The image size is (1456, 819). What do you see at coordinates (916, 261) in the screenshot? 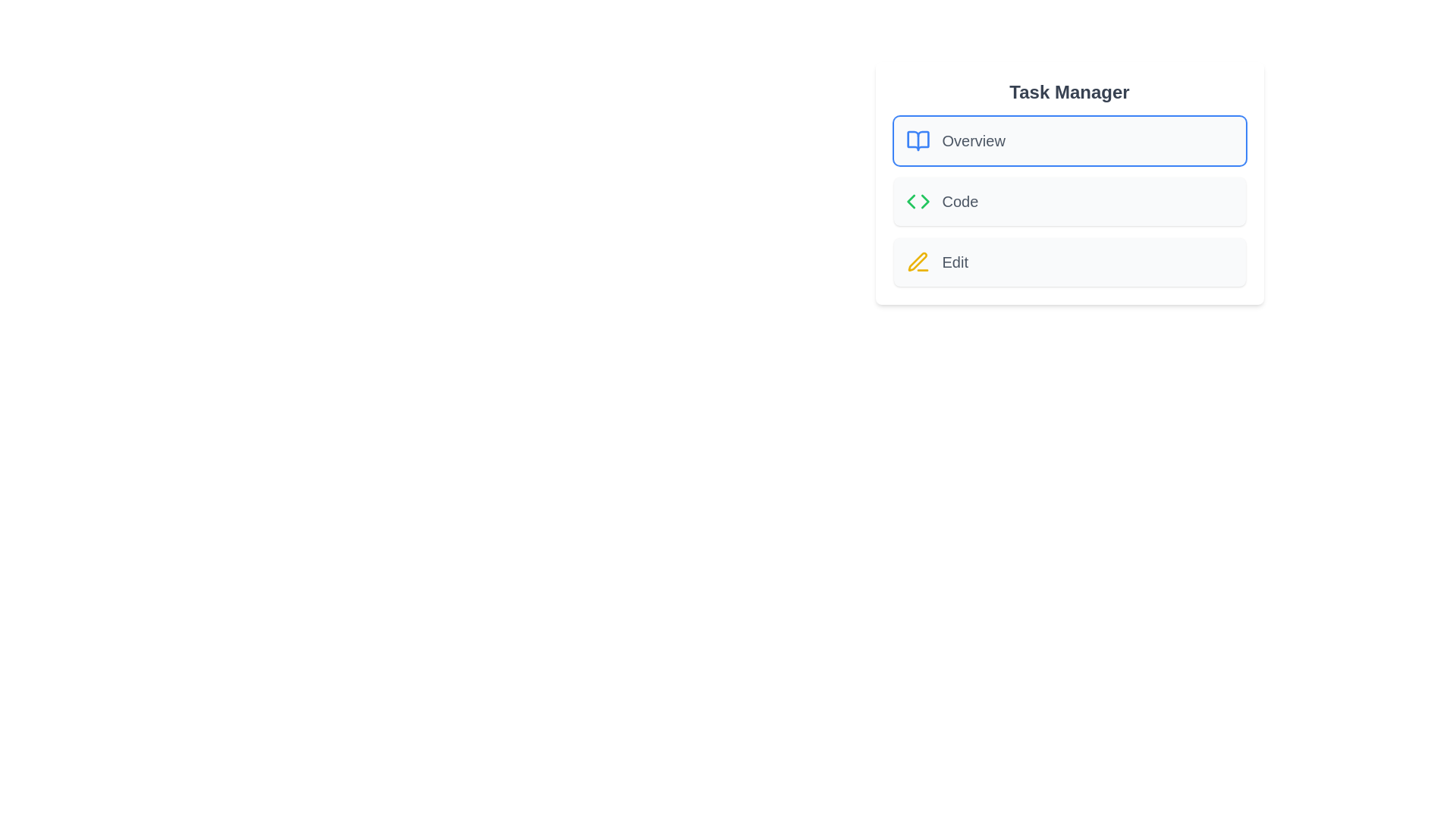
I see `the pen icon located to the left of the 'Edit' text label in the 'Task Manager' interface to interact with the 'Edit' option` at bounding box center [916, 261].